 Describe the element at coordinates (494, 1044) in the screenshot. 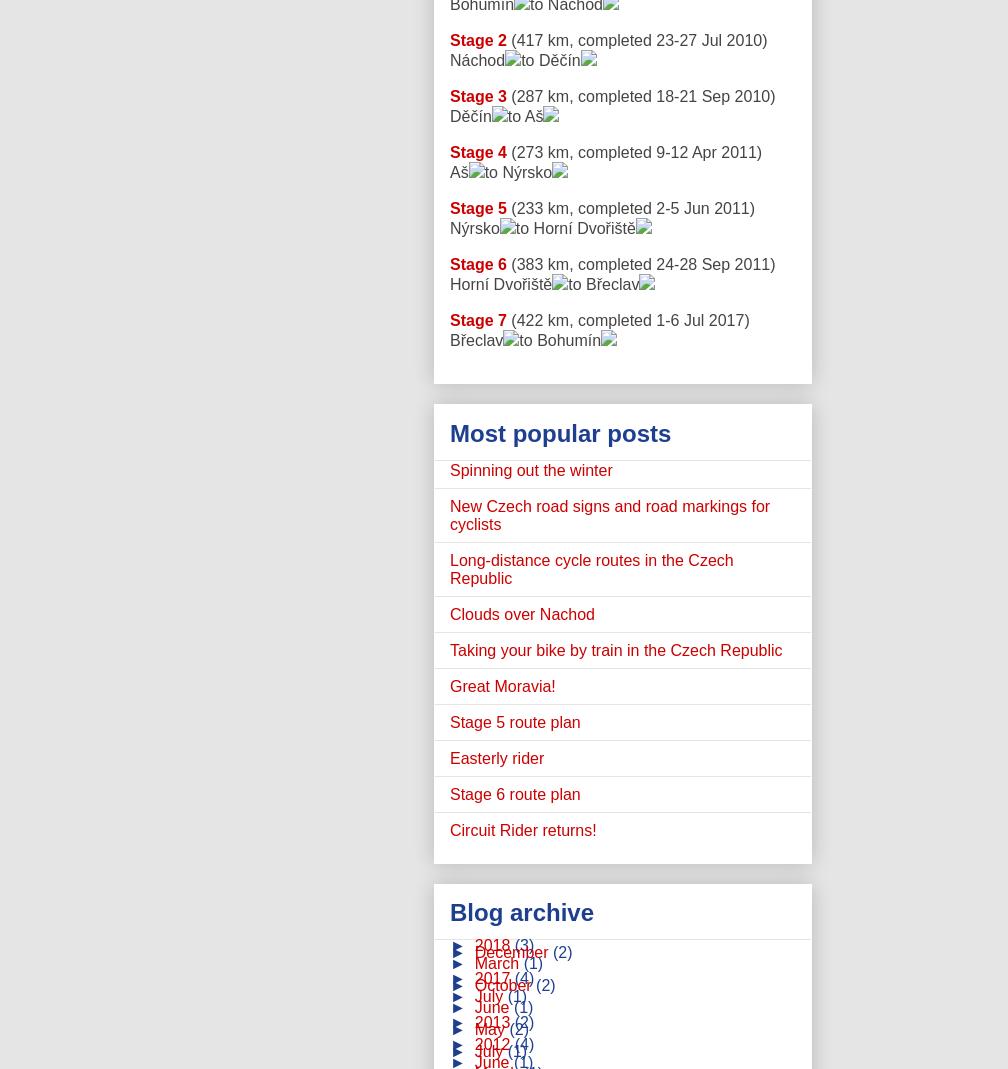

I see `'2012'` at that location.